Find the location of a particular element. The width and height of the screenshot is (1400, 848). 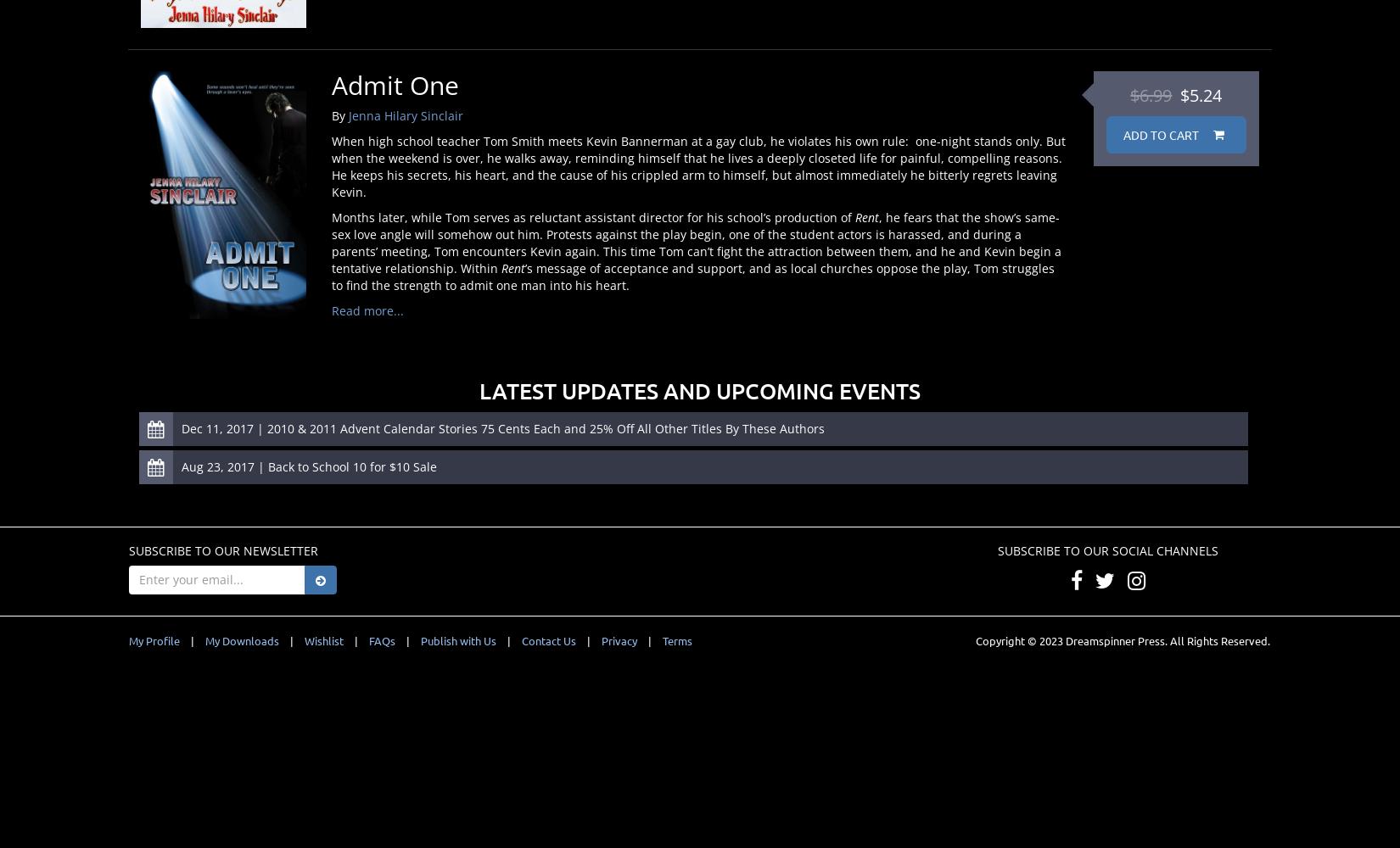

'Latest Updates and Upcoming Events' is located at coordinates (700, 388).